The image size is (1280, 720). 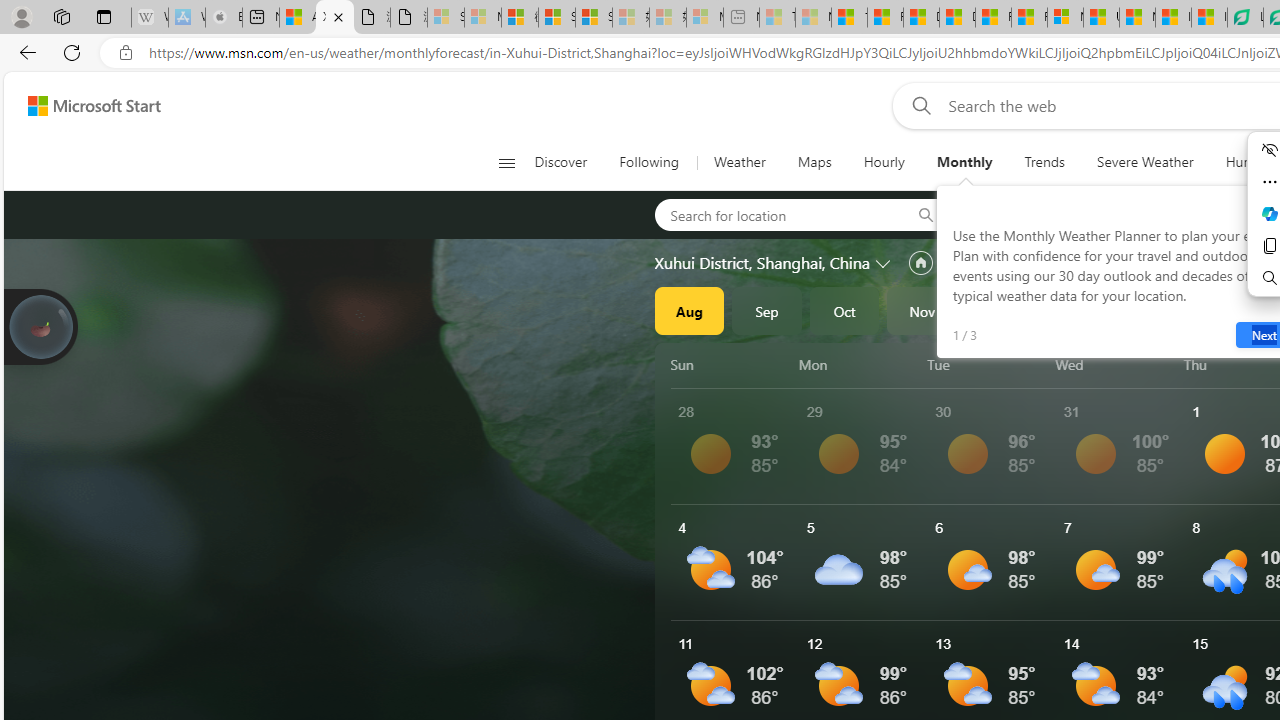 What do you see at coordinates (1145, 162) in the screenshot?
I see `'Severe Weather'` at bounding box center [1145, 162].